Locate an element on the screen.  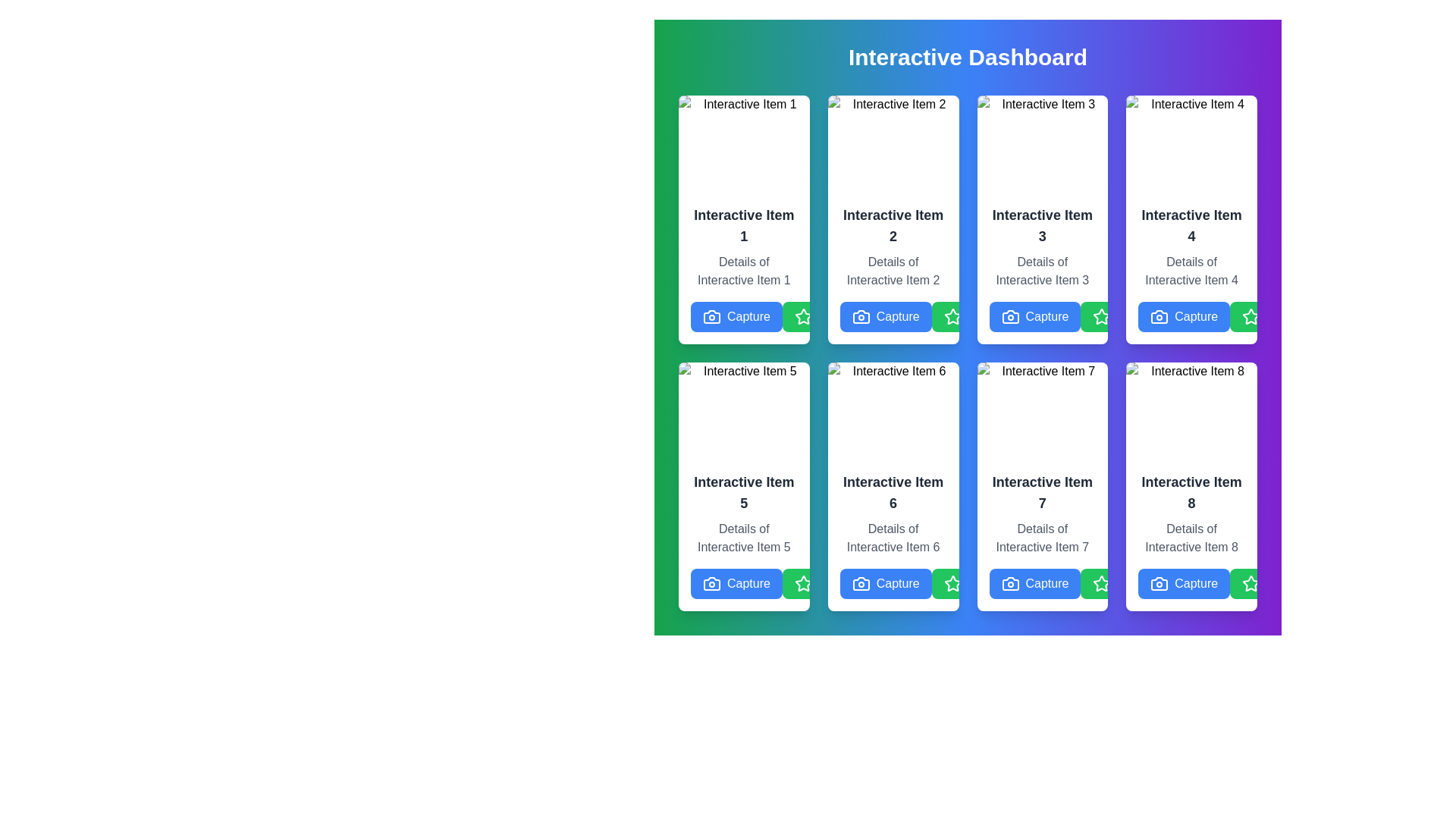
the red 'Like' button with rounded edges and a heart icon is located at coordinates (1059, 583).